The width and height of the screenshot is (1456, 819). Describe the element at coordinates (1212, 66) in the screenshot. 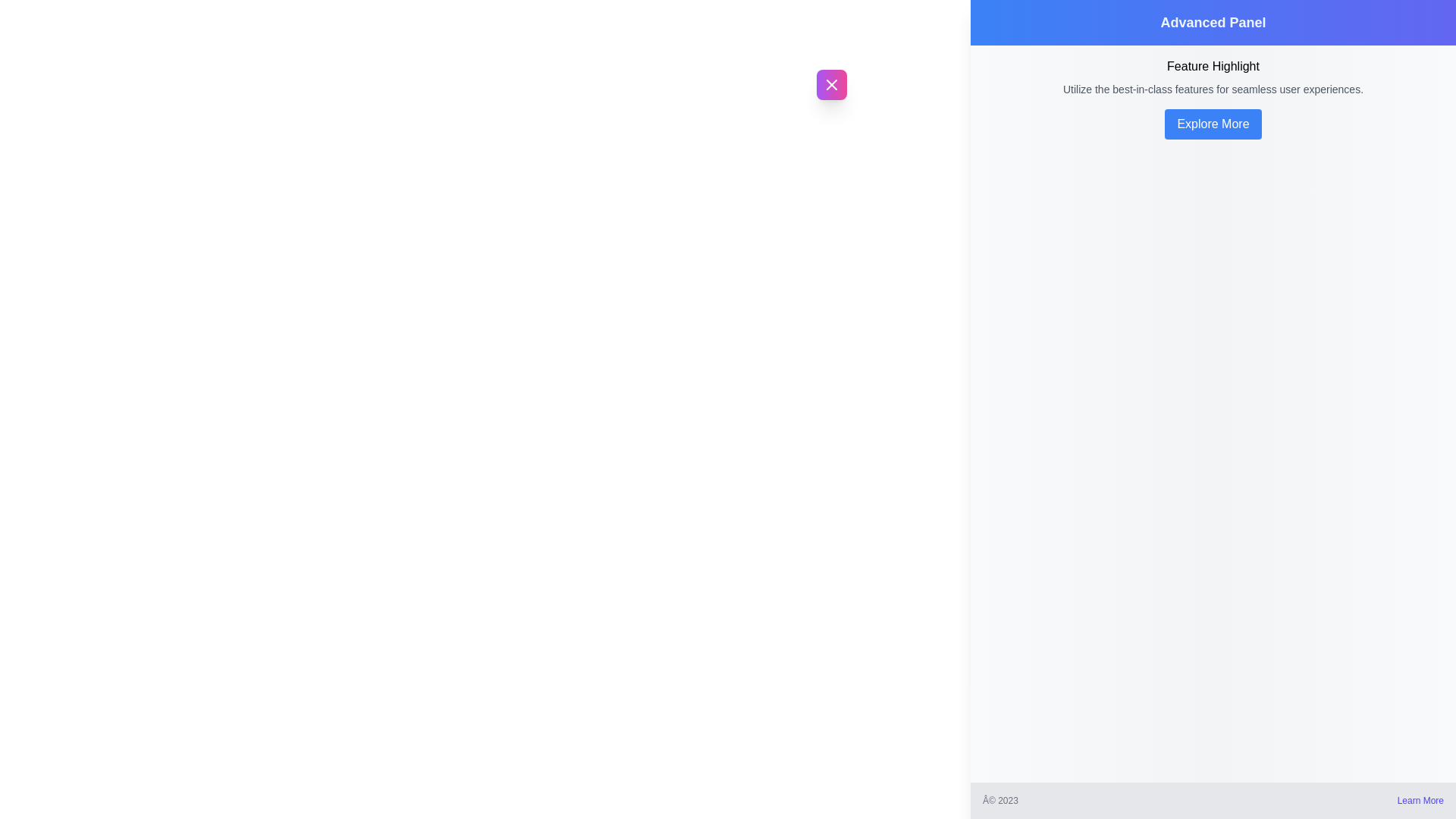

I see `the 'Feature Highlight' text label element, which is a heading styled in black, located at the top of the 'Advanced Panel' section above the text 'Utilize the best-in-class features'` at that location.